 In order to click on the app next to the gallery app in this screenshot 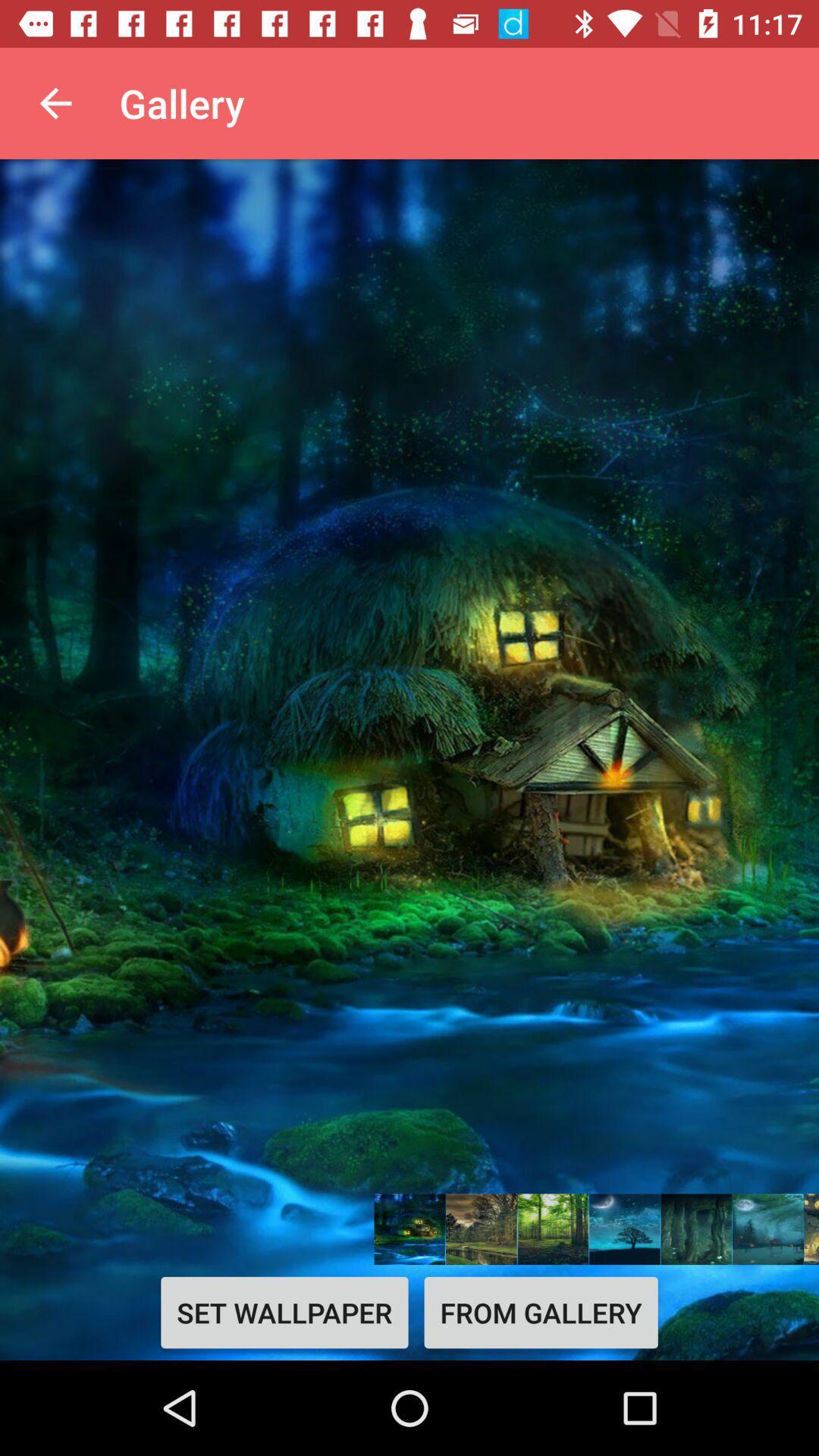, I will do `click(55, 102)`.